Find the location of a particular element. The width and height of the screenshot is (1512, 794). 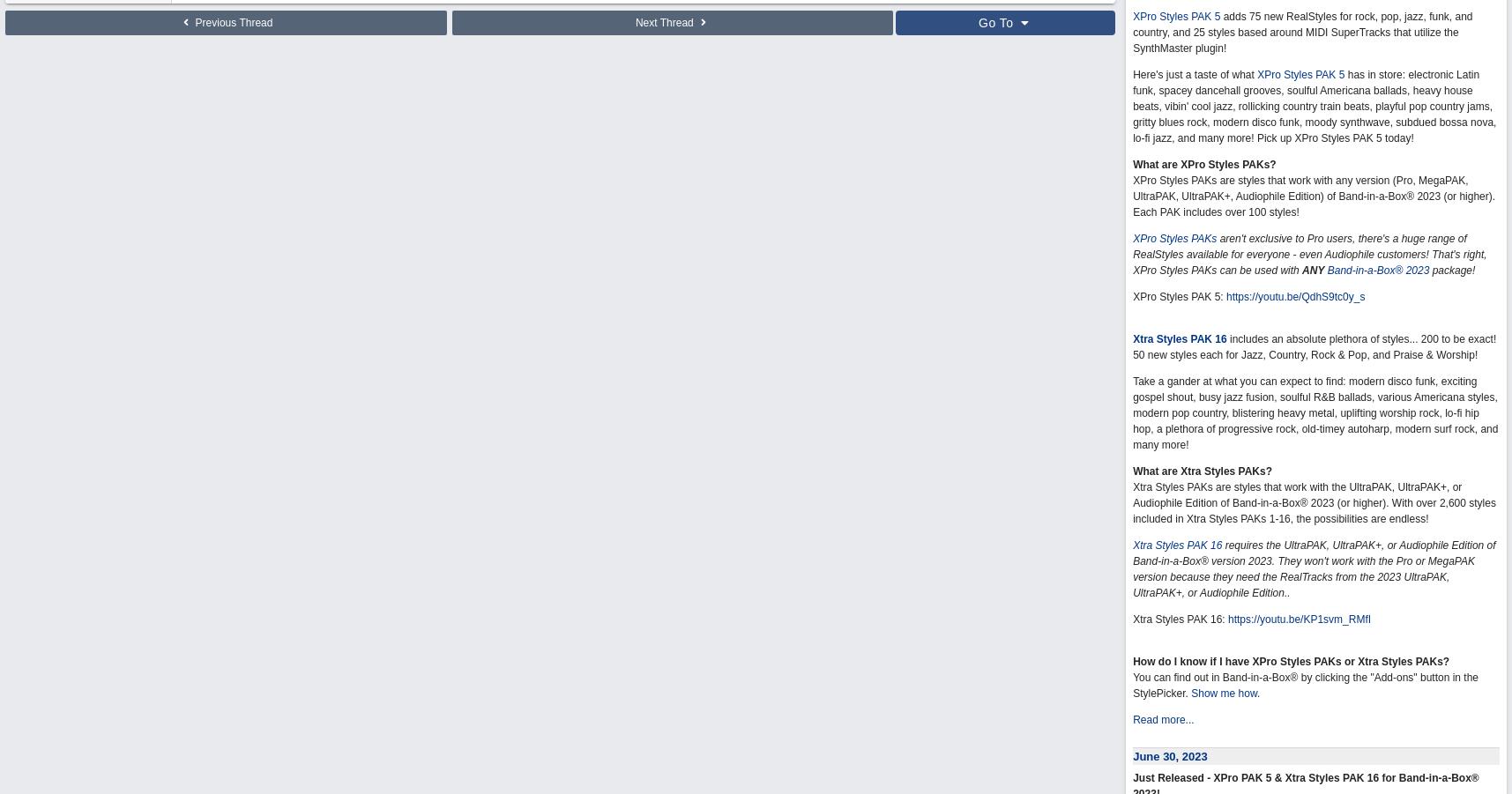

'requires the UltraPAK, UltraPAK+, or Audiophile Edition of Band-in-a-Box® version 2023. They won't work with the Pro or MegaPAK version because they need the RealTracks from the 2023 UltraPAK, UltraPAK+, or Audiophile Edition..' is located at coordinates (1313, 568).